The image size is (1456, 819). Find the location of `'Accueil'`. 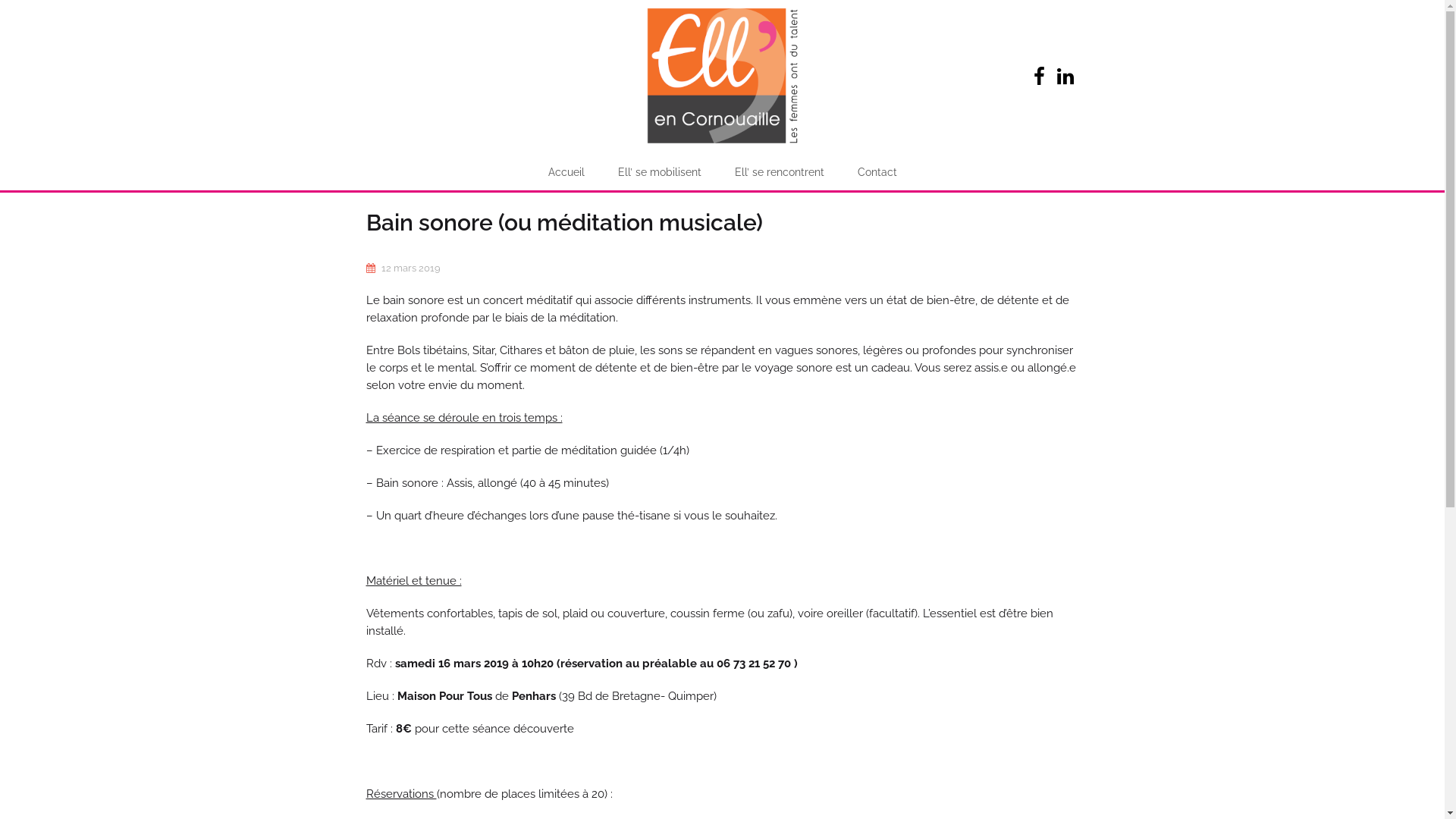

'Accueil' is located at coordinates (564, 171).